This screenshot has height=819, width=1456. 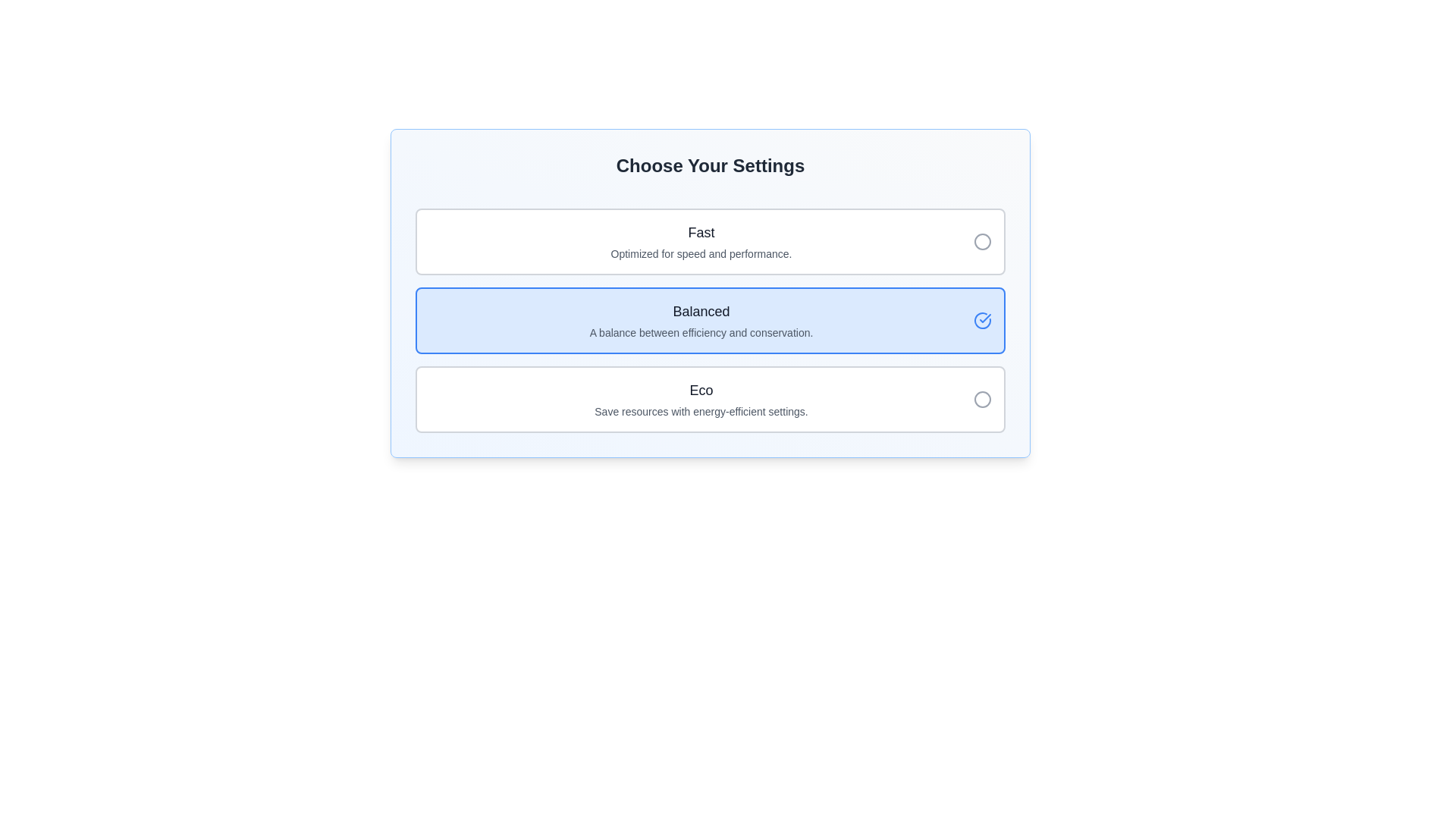 What do you see at coordinates (983, 241) in the screenshot?
I see `the status icon representing the 'Fast' selection, which indicates its deselected or inactive state, positioned at the far right of the 'Fast' selection card` at bounding box center [983, 241].